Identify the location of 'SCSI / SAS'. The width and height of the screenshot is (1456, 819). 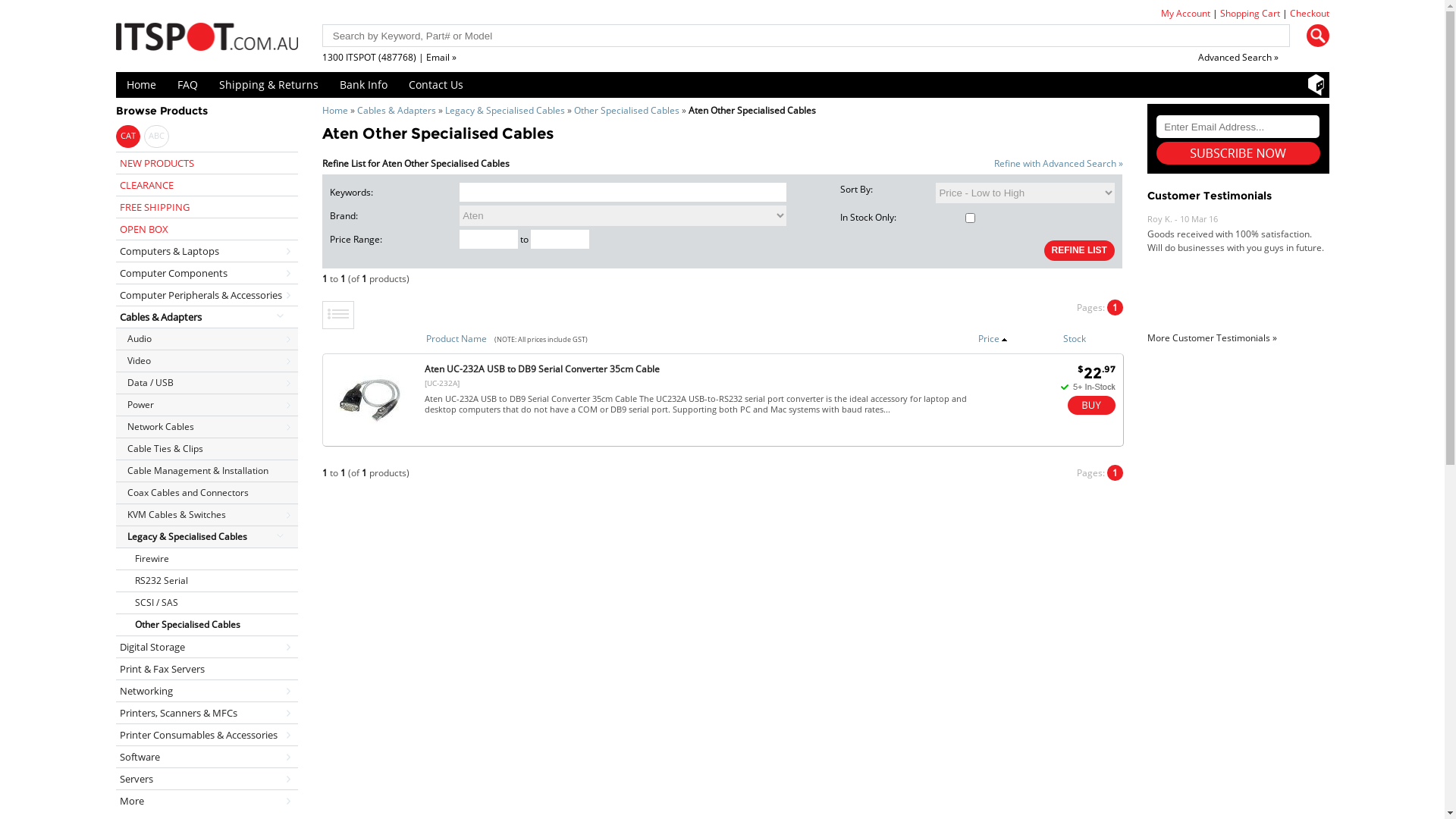
(206, 601).